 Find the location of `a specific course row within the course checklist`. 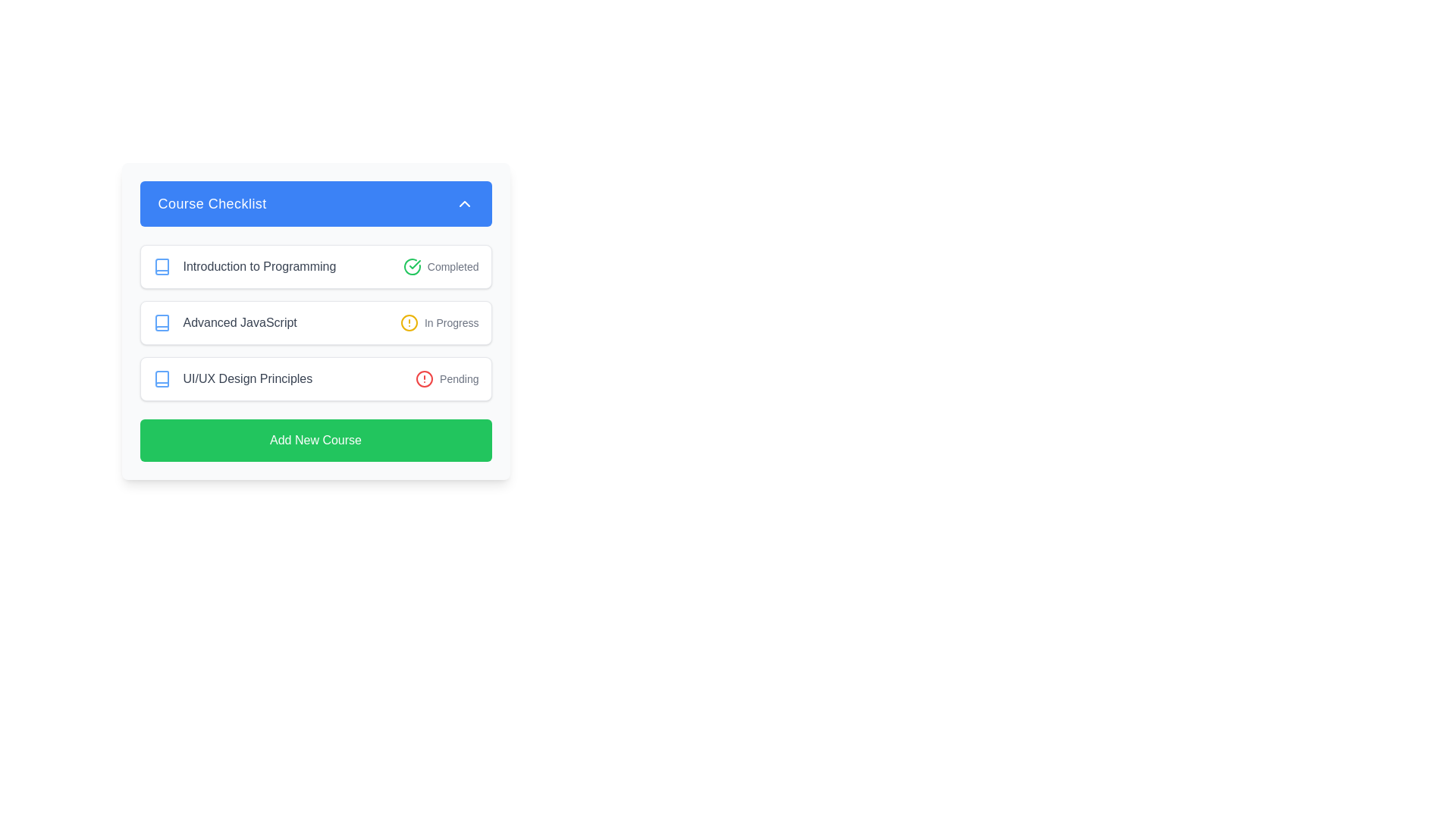

a specific course row within the course checklist is located at coordinates (315, 321).